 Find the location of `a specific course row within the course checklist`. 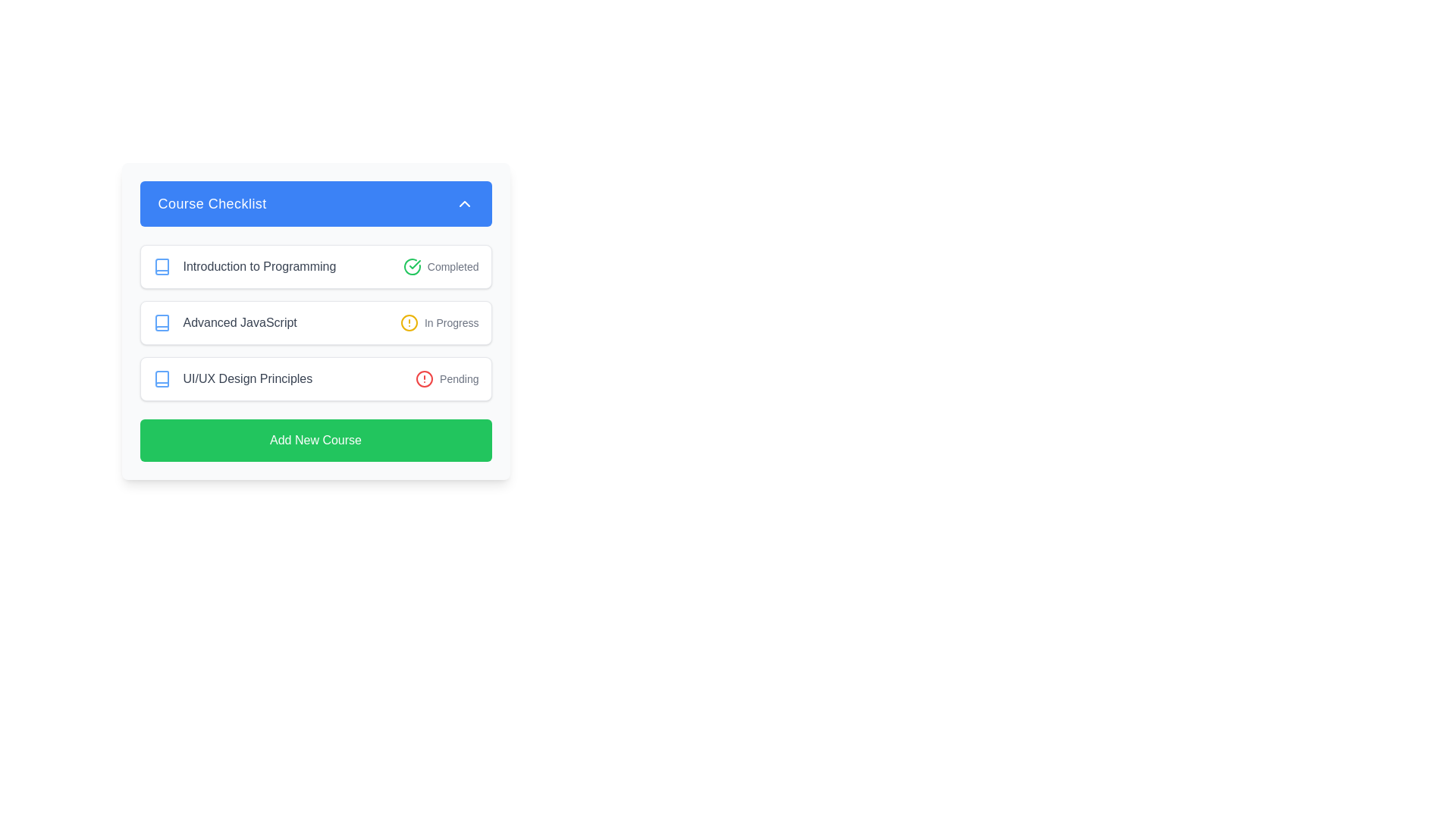

a specific course row within the course checklist is located at coordinates (315, 321).